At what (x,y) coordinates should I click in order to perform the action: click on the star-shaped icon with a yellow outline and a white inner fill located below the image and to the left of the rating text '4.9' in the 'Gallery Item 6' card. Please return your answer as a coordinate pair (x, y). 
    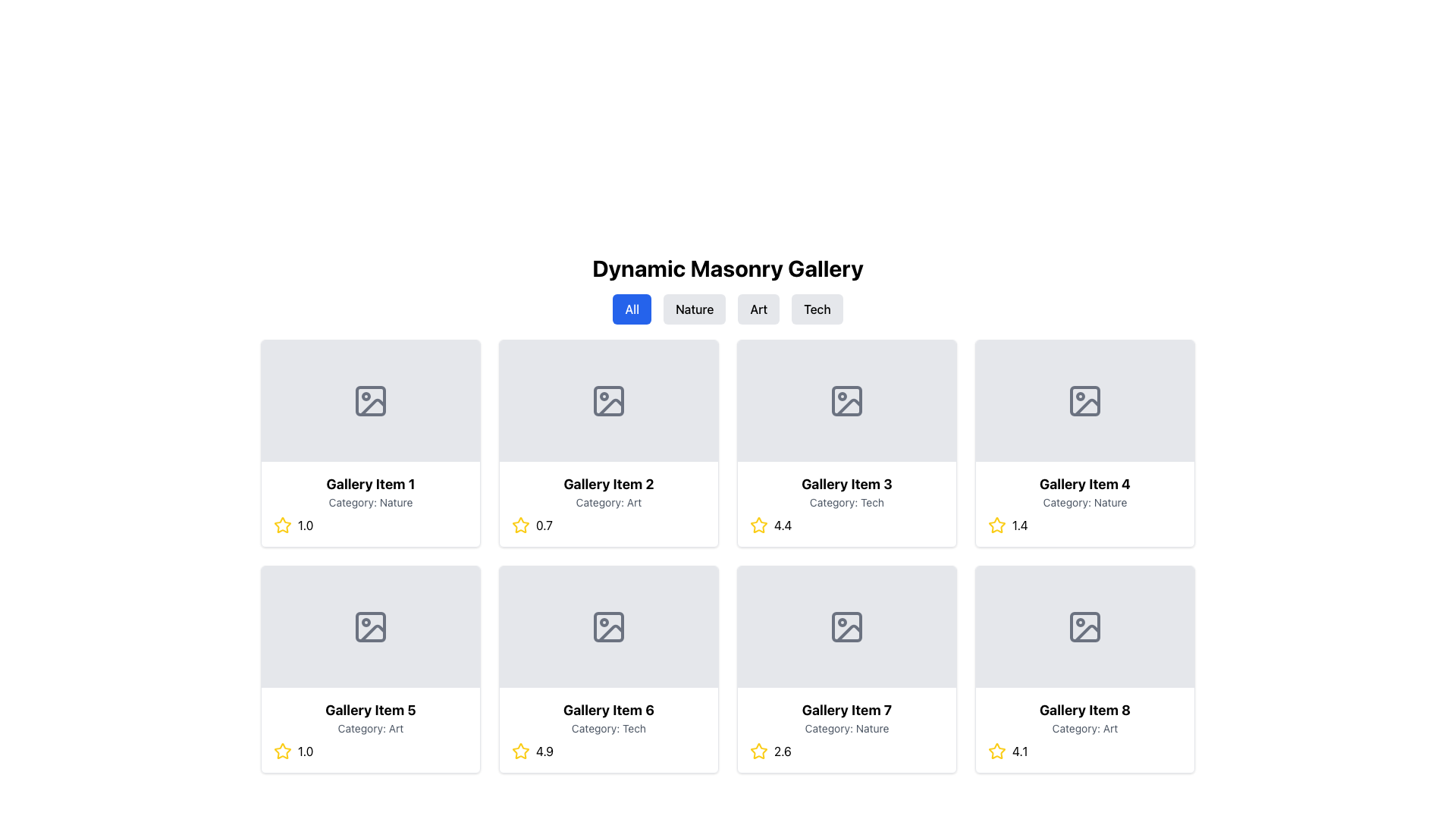
    Looking at the image, I should click on (520, 751).